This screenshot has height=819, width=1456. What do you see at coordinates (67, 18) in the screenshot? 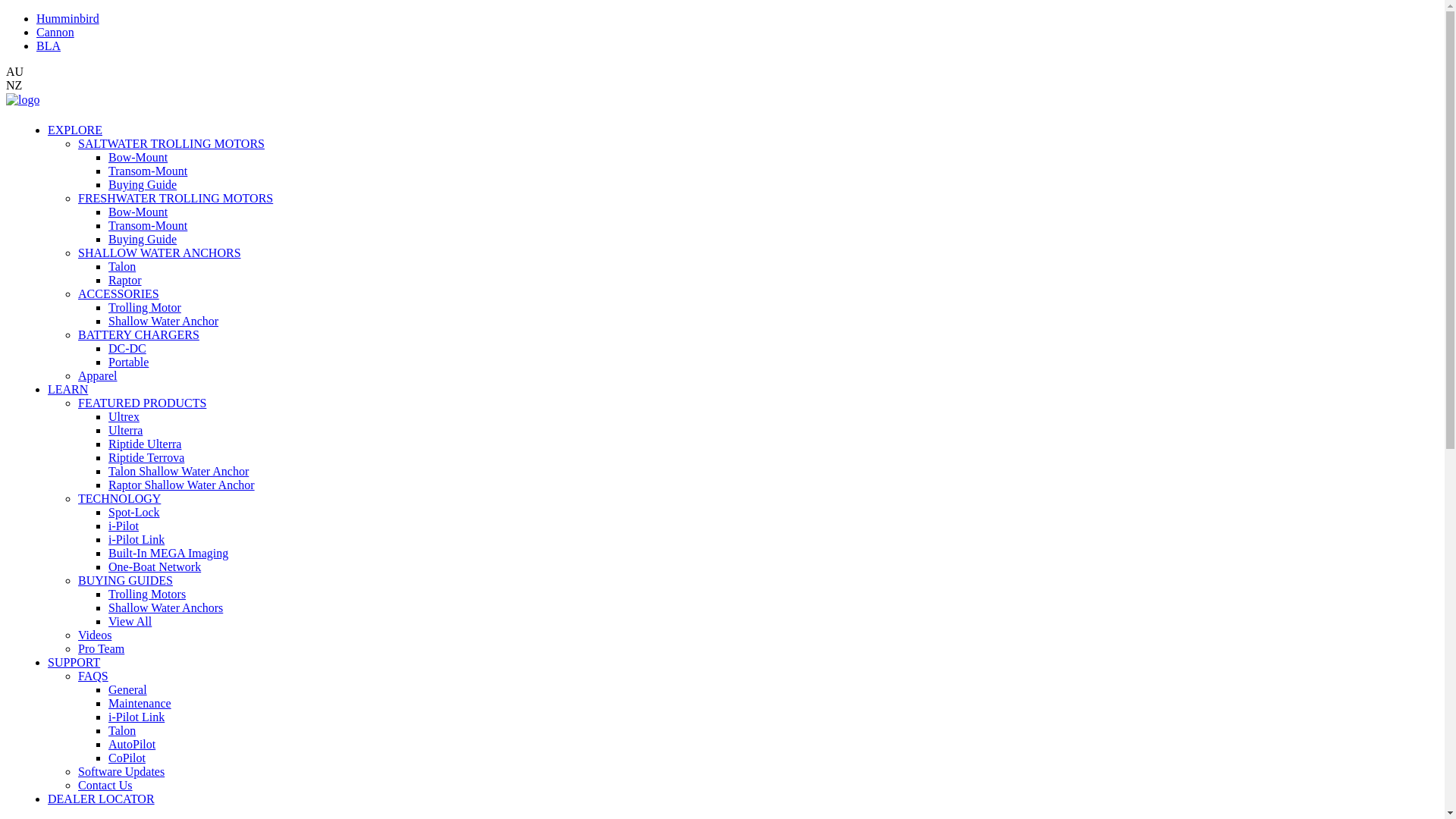
I see `'Humminbird'` at bounding box center [67, 18].